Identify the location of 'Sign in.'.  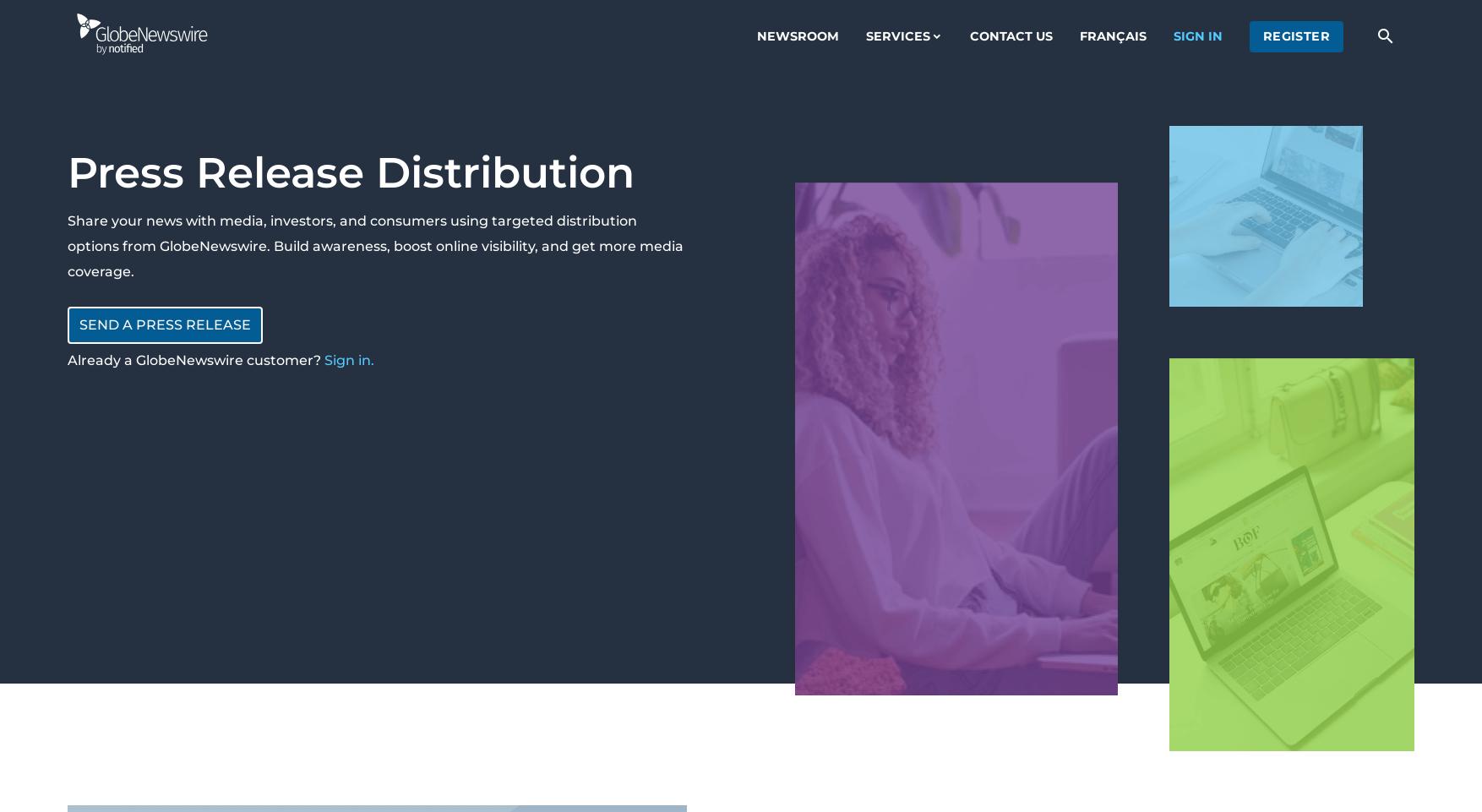
(349, 360).